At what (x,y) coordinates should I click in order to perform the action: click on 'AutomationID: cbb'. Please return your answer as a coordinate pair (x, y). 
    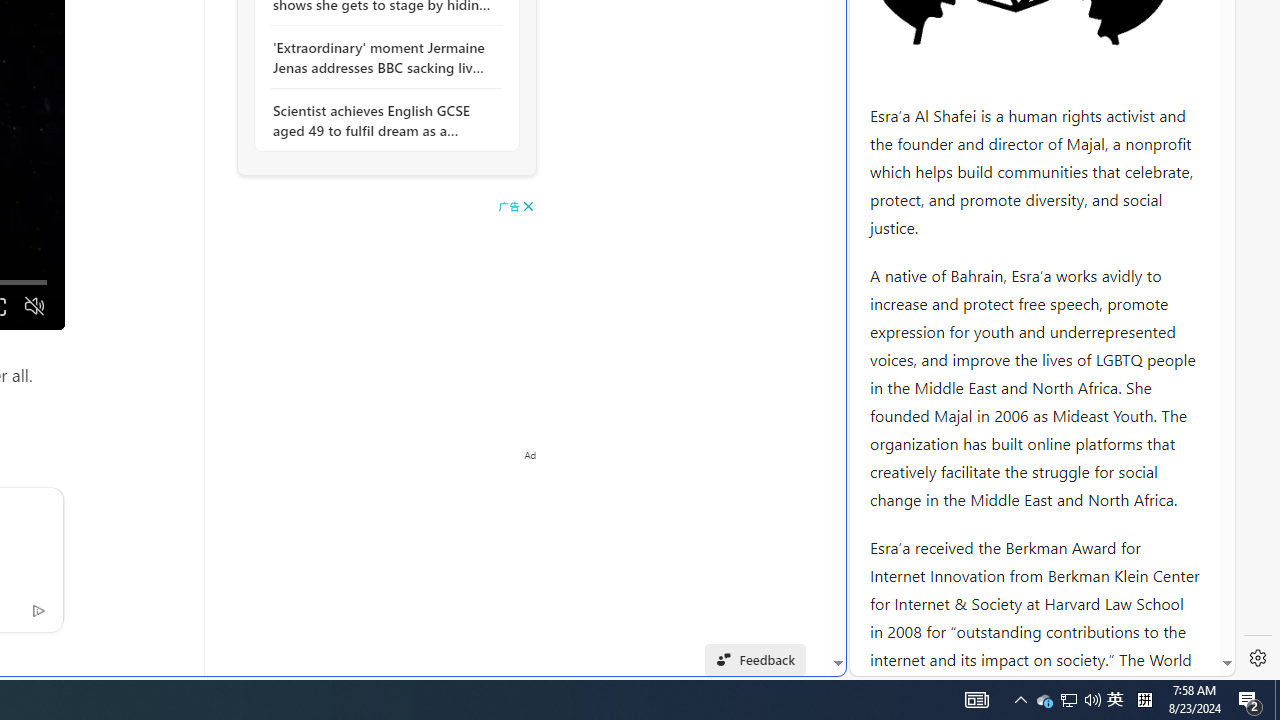
    Looking at the image, I should click on (528, 206).